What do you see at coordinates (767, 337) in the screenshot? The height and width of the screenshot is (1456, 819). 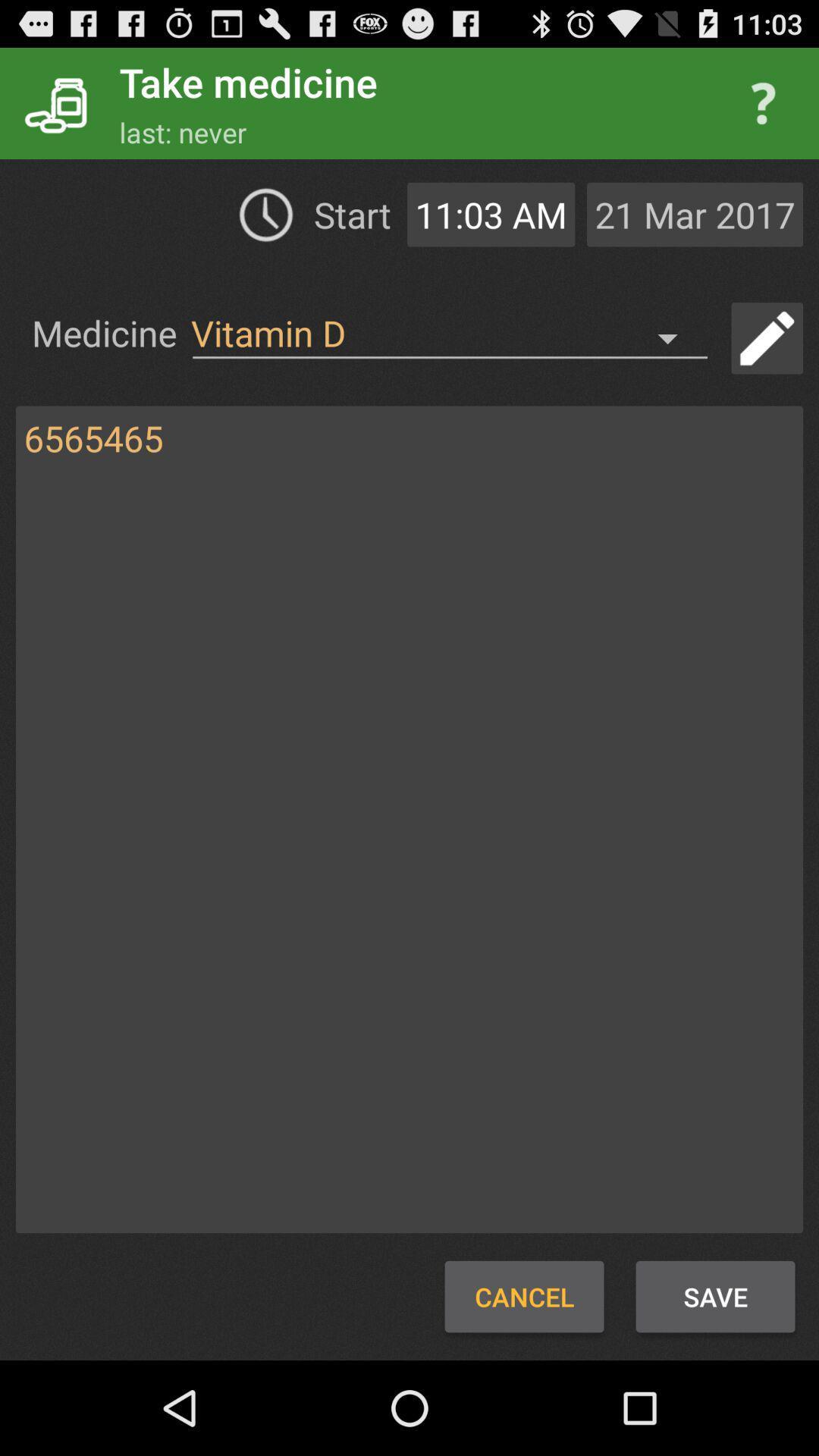 I see `edit button` at bounding box center [767, 337].